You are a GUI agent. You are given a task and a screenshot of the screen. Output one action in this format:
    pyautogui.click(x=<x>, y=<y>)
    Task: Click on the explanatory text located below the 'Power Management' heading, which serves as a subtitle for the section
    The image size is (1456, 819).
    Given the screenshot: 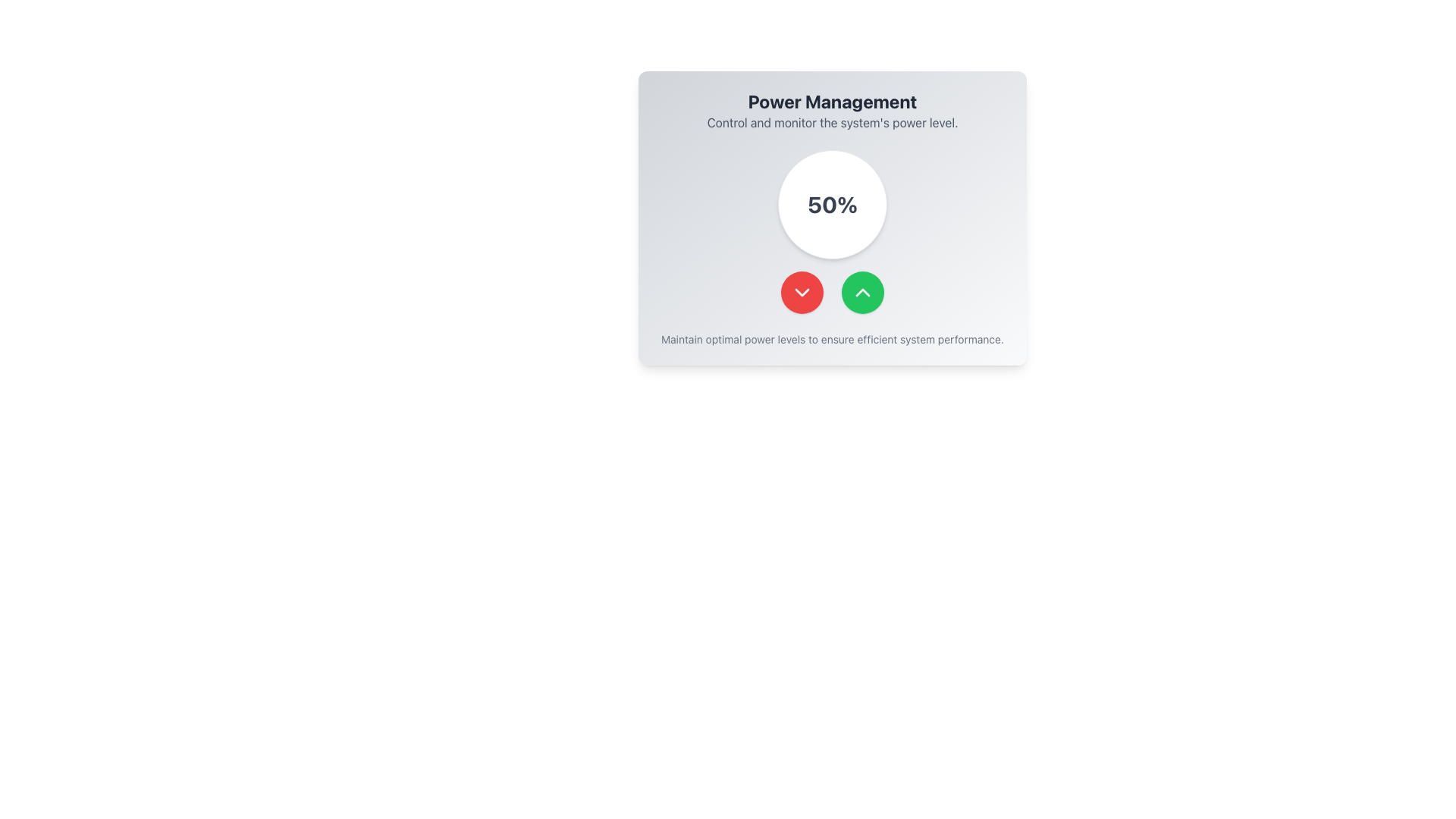 What is the action you would take?
    pyautogui.click(x=832, y=122)
    